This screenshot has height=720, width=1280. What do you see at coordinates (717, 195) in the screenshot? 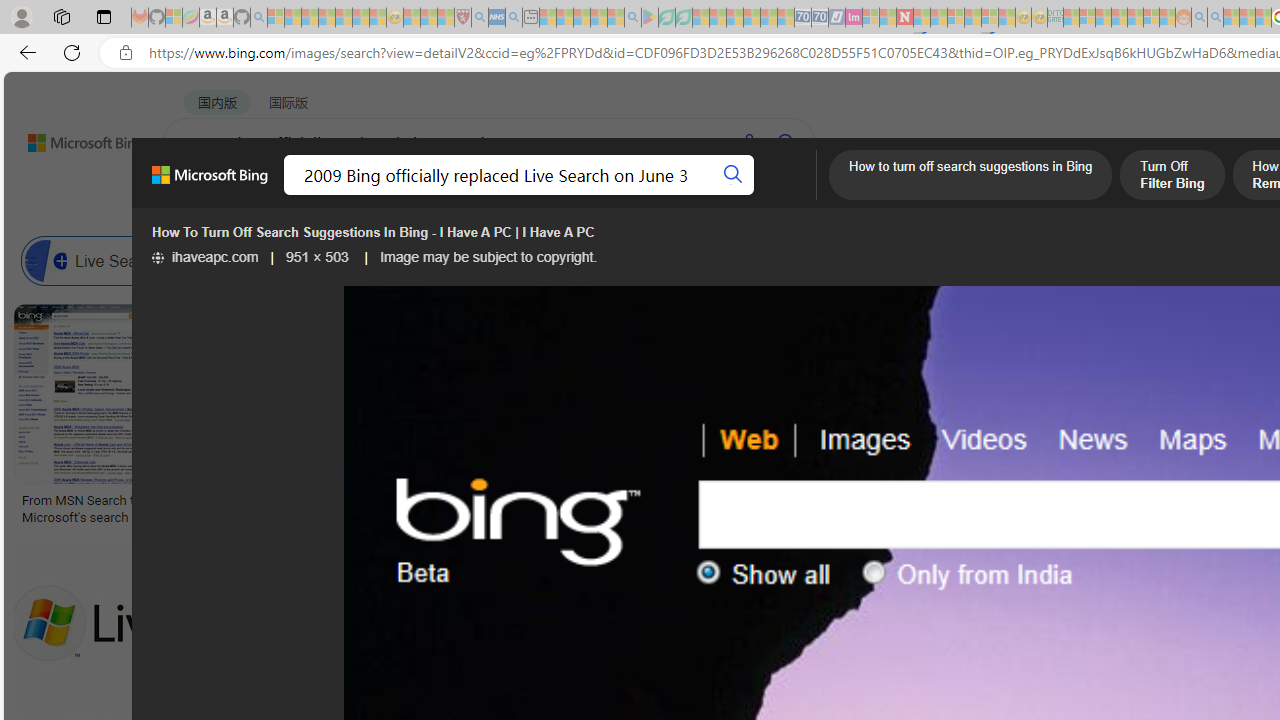
I see `'DICT'` at bounding box center [717, 195].